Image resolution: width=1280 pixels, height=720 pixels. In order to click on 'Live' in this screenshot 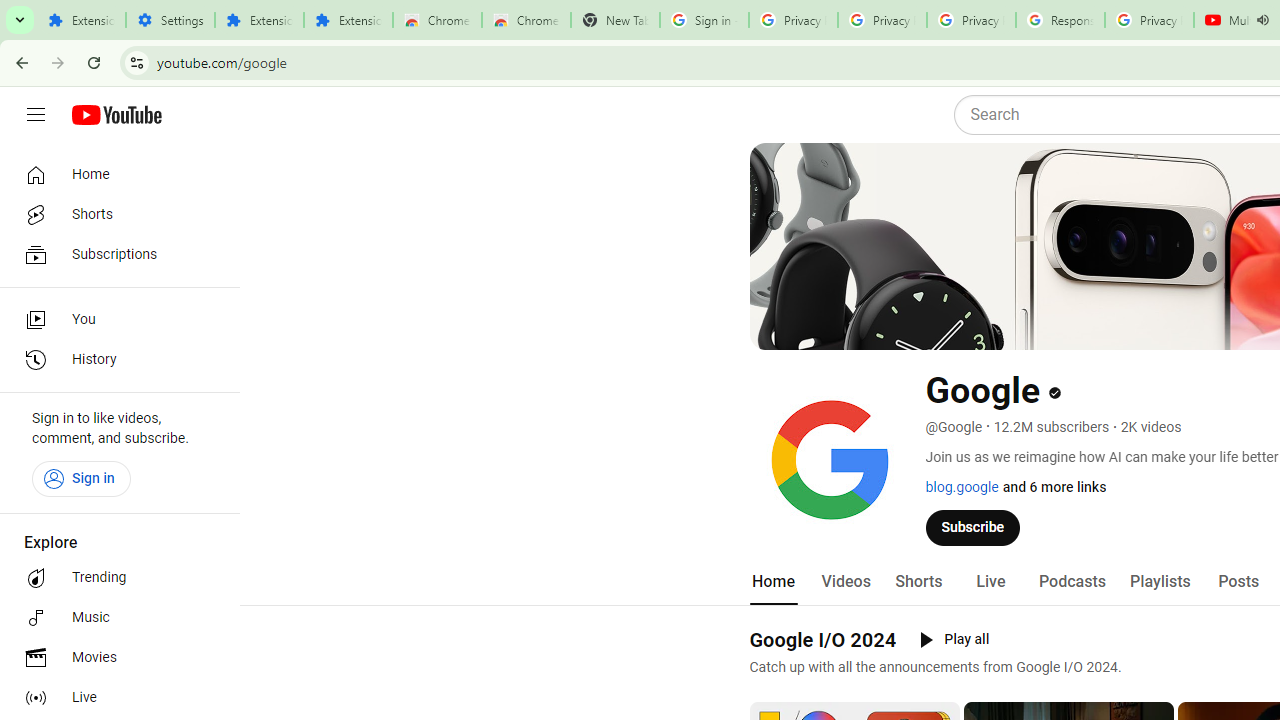, I will do `click(112, 697)`.